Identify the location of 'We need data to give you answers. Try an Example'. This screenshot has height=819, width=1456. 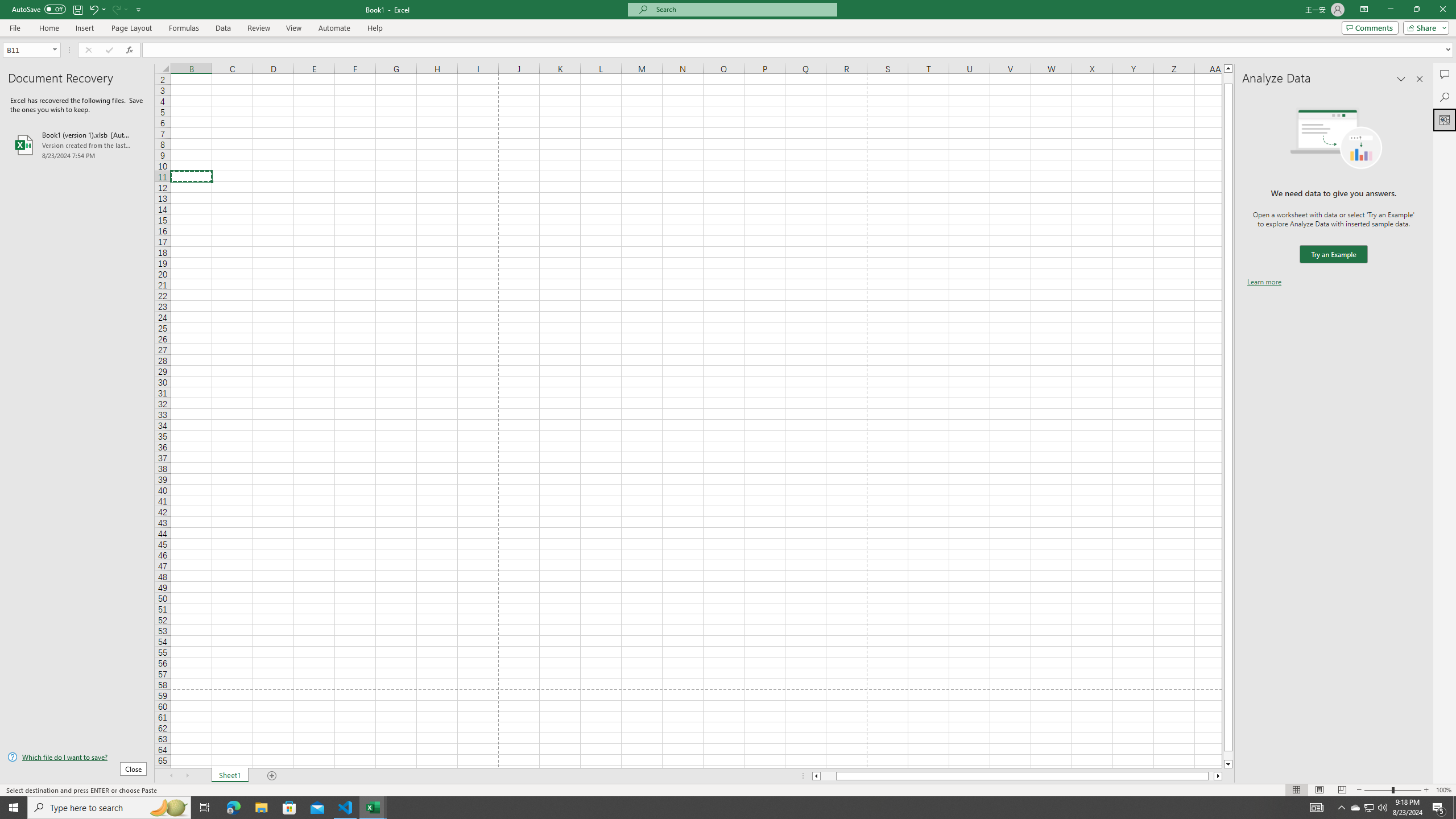
(1333, 254).